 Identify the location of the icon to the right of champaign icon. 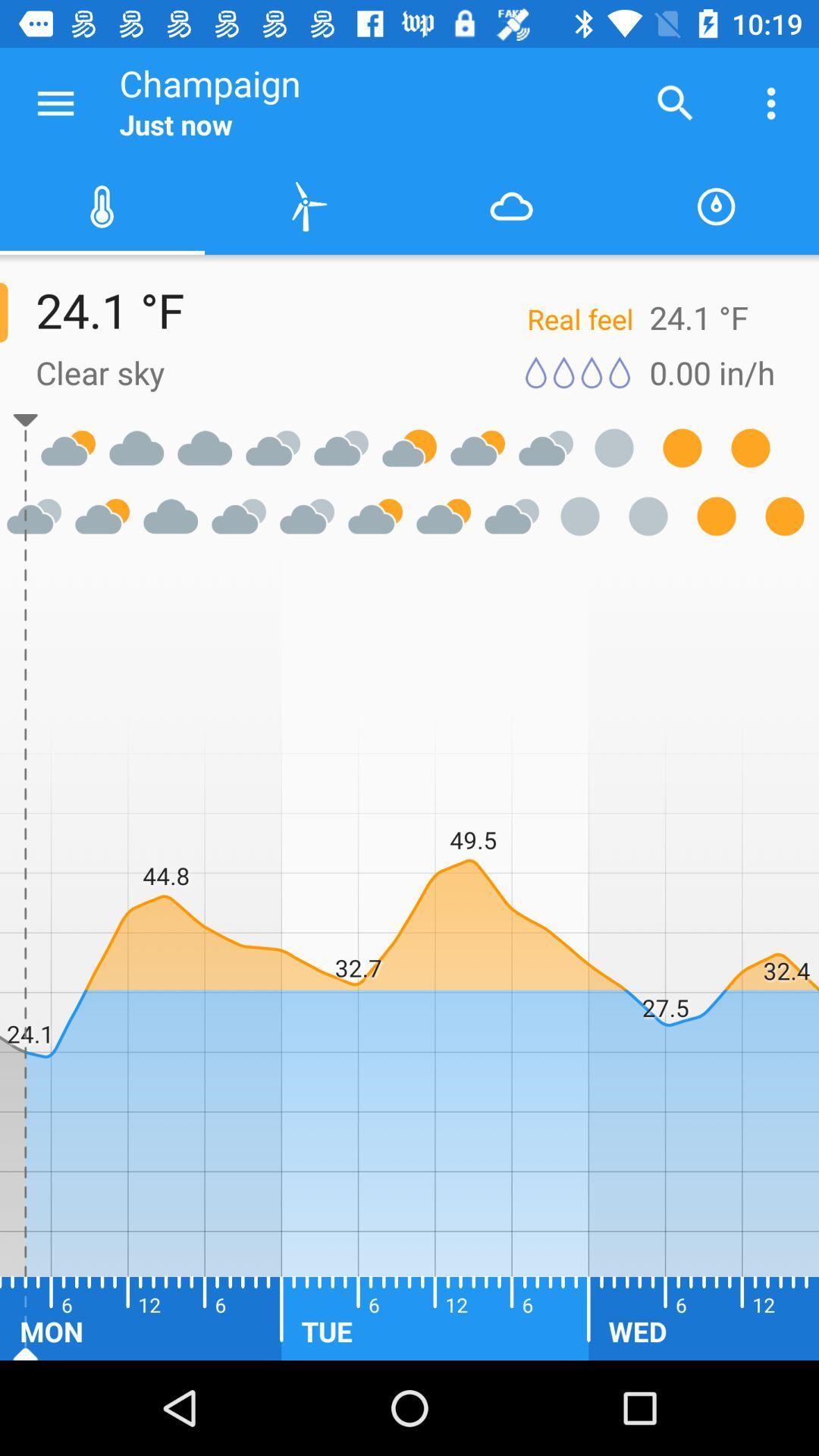
(675, 102).